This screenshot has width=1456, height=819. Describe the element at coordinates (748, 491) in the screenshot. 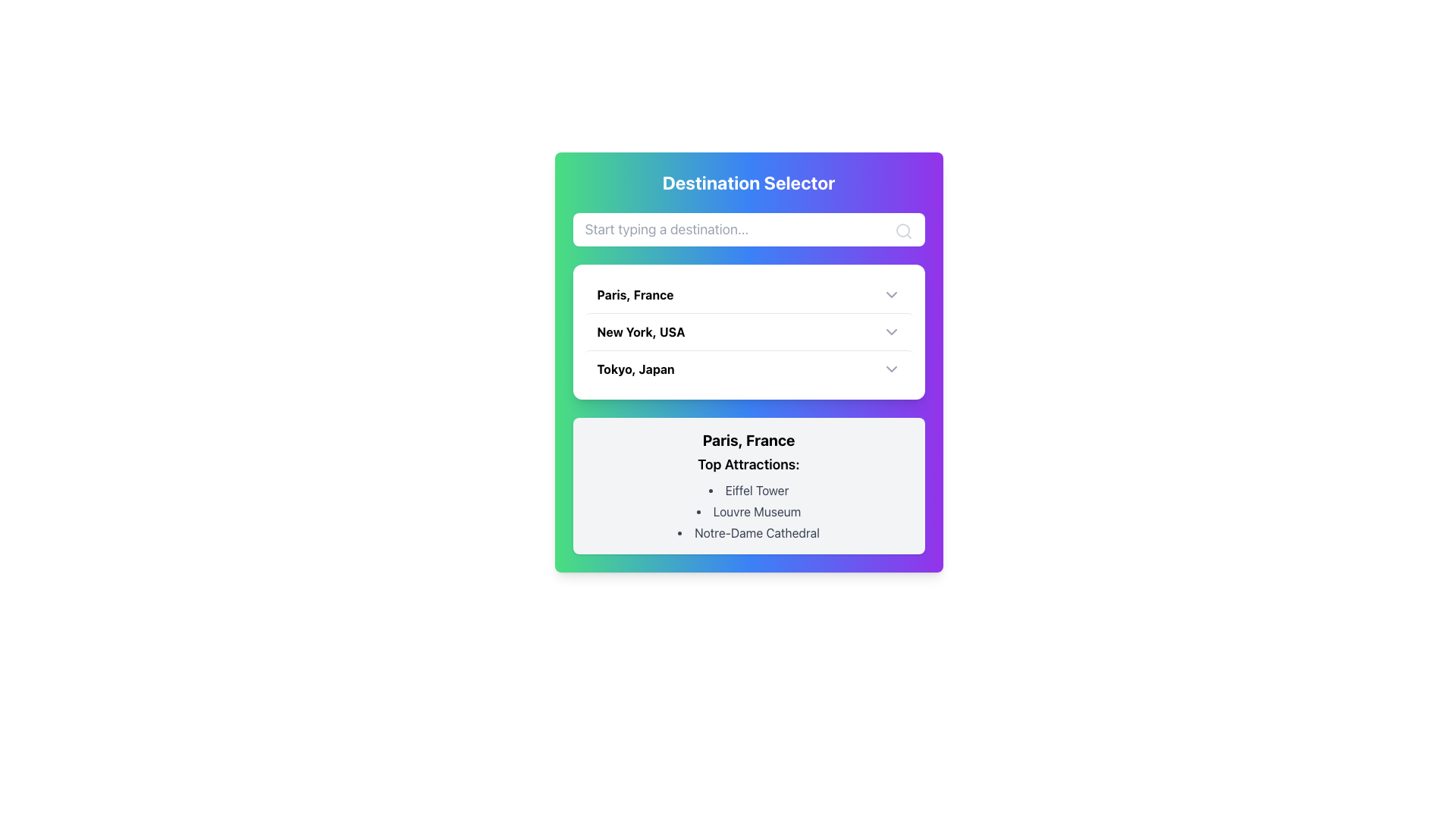

I see `the text label displaying 'Eiffel Tower' in the top attractions list for Paris, France` at that location.